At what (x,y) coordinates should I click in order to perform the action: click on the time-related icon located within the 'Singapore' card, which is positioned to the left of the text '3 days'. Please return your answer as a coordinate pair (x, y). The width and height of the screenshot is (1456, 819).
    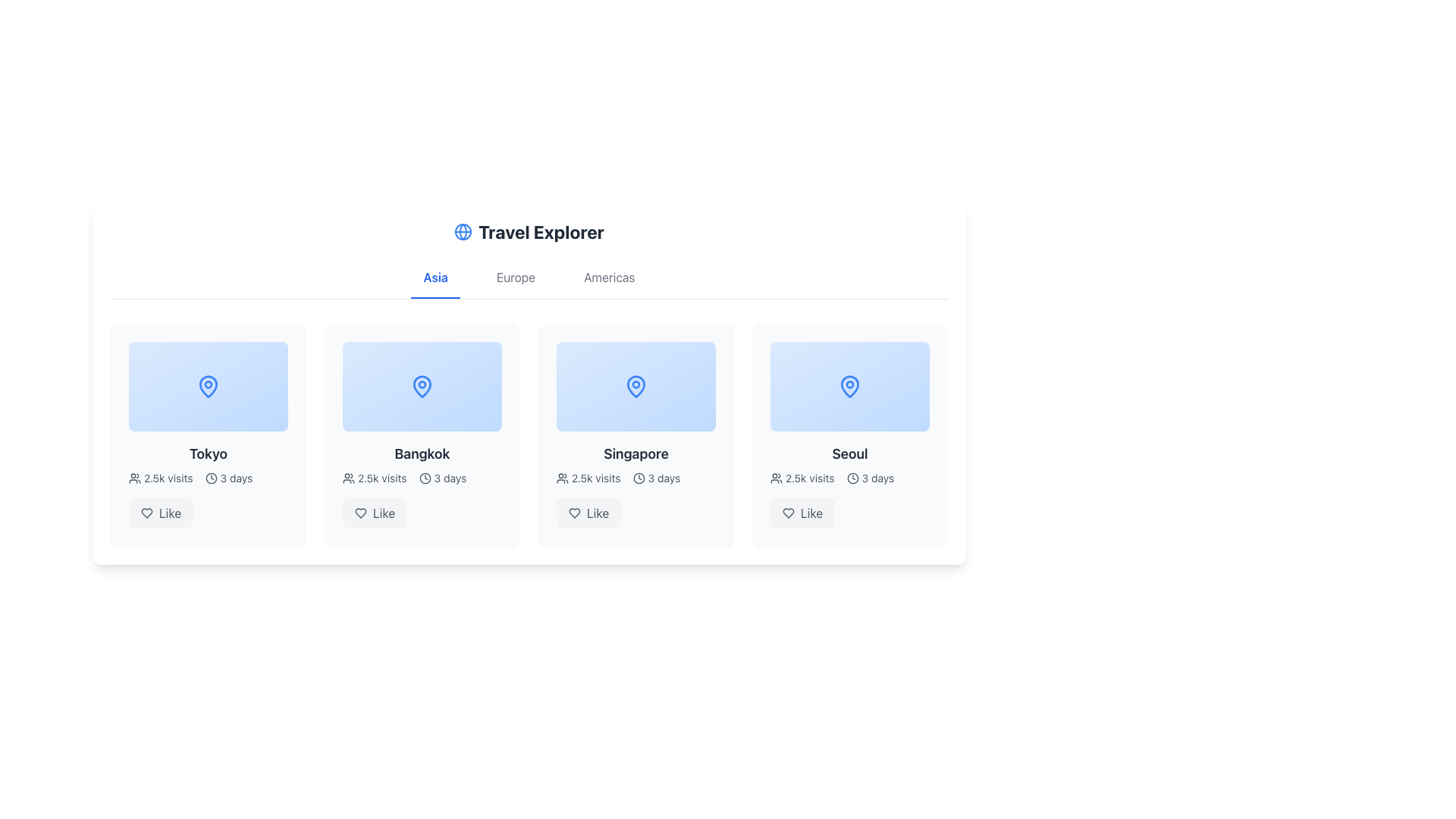
    Looking at the image, I should click on (639, 479).